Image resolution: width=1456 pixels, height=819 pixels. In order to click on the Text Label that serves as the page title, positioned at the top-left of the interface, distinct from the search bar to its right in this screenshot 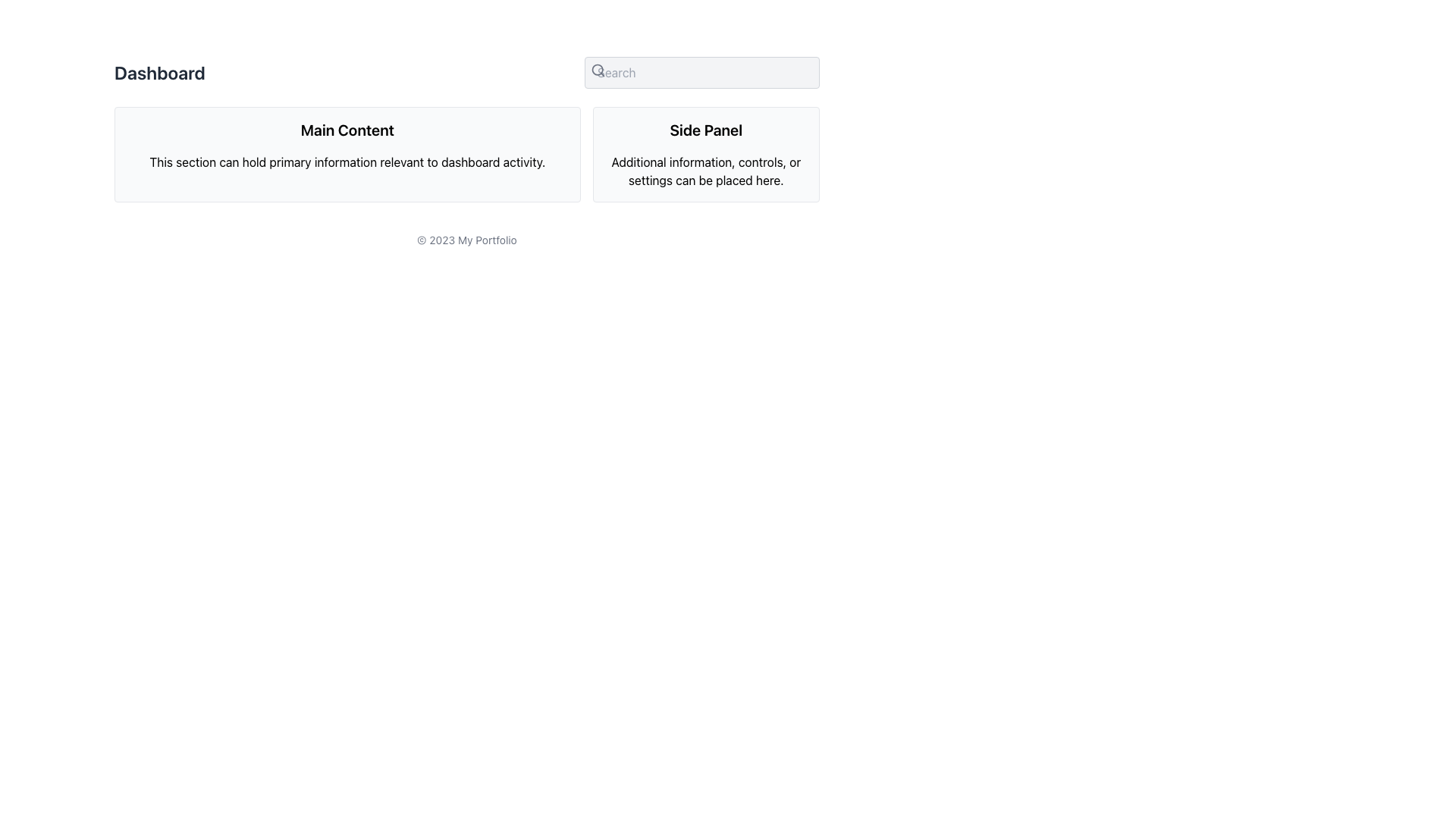, I will do `click(159, 73)`.